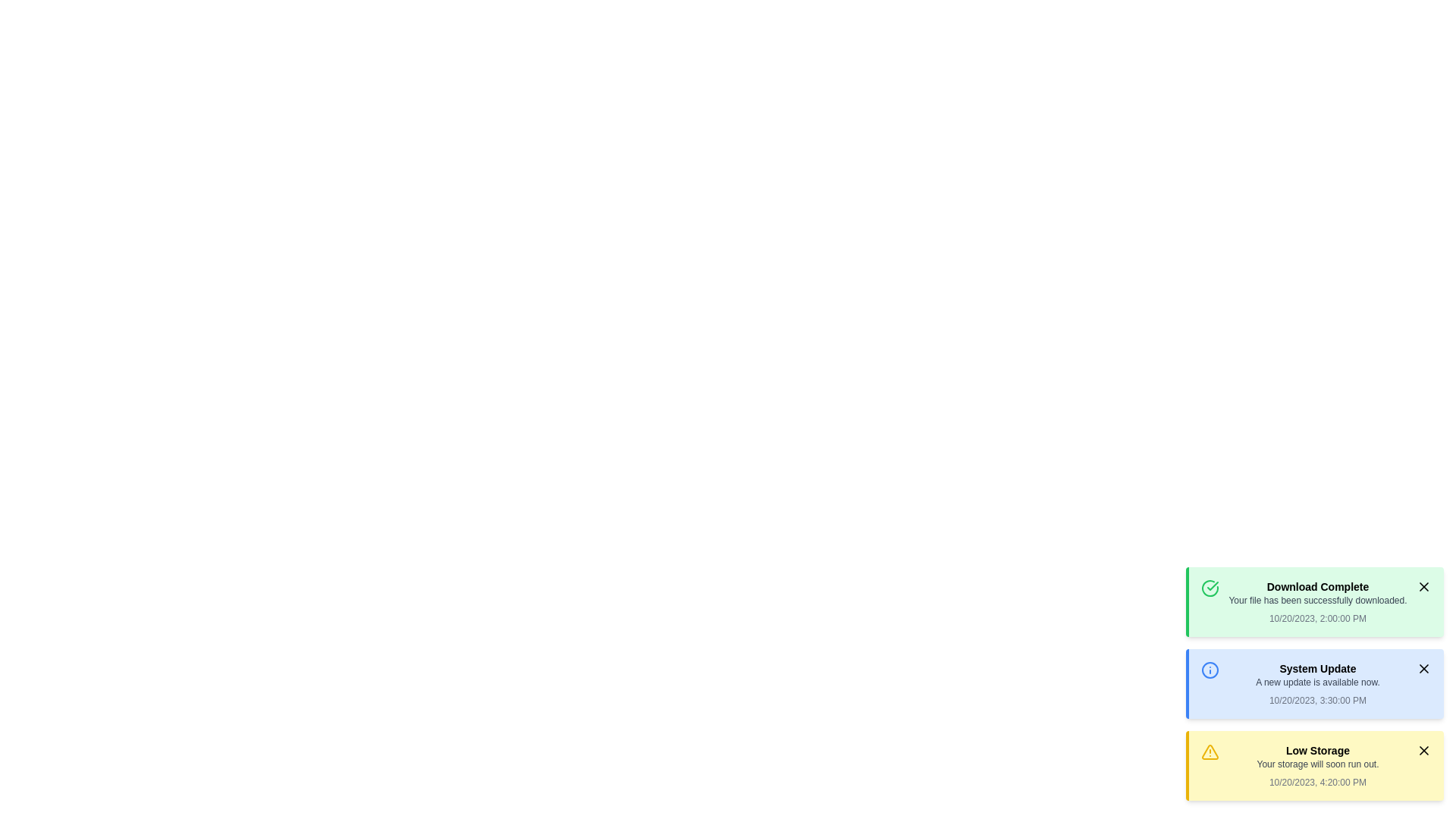 Image resolution: width=1456 pixels, height=819 pixels. I want to click on the text label that indicates successful completion of a file download, located within the first notification card, below the title 'Download Complete.', so click(1316, 599).